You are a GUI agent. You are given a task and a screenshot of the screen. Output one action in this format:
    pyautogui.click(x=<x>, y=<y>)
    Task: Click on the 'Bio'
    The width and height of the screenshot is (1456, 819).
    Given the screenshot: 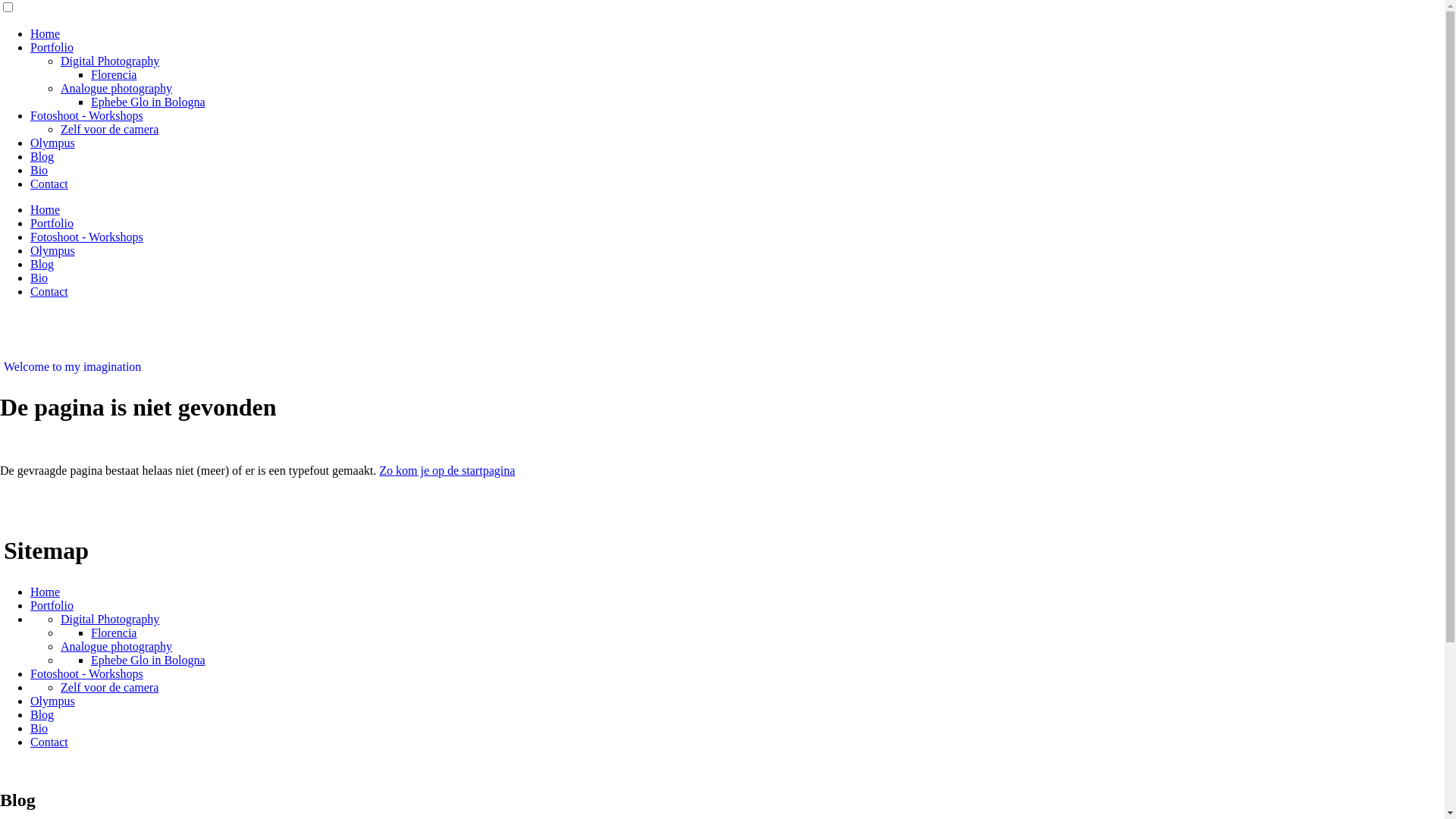 What is the action you would take?
    pyautogui.click(x=30, y=727)
    